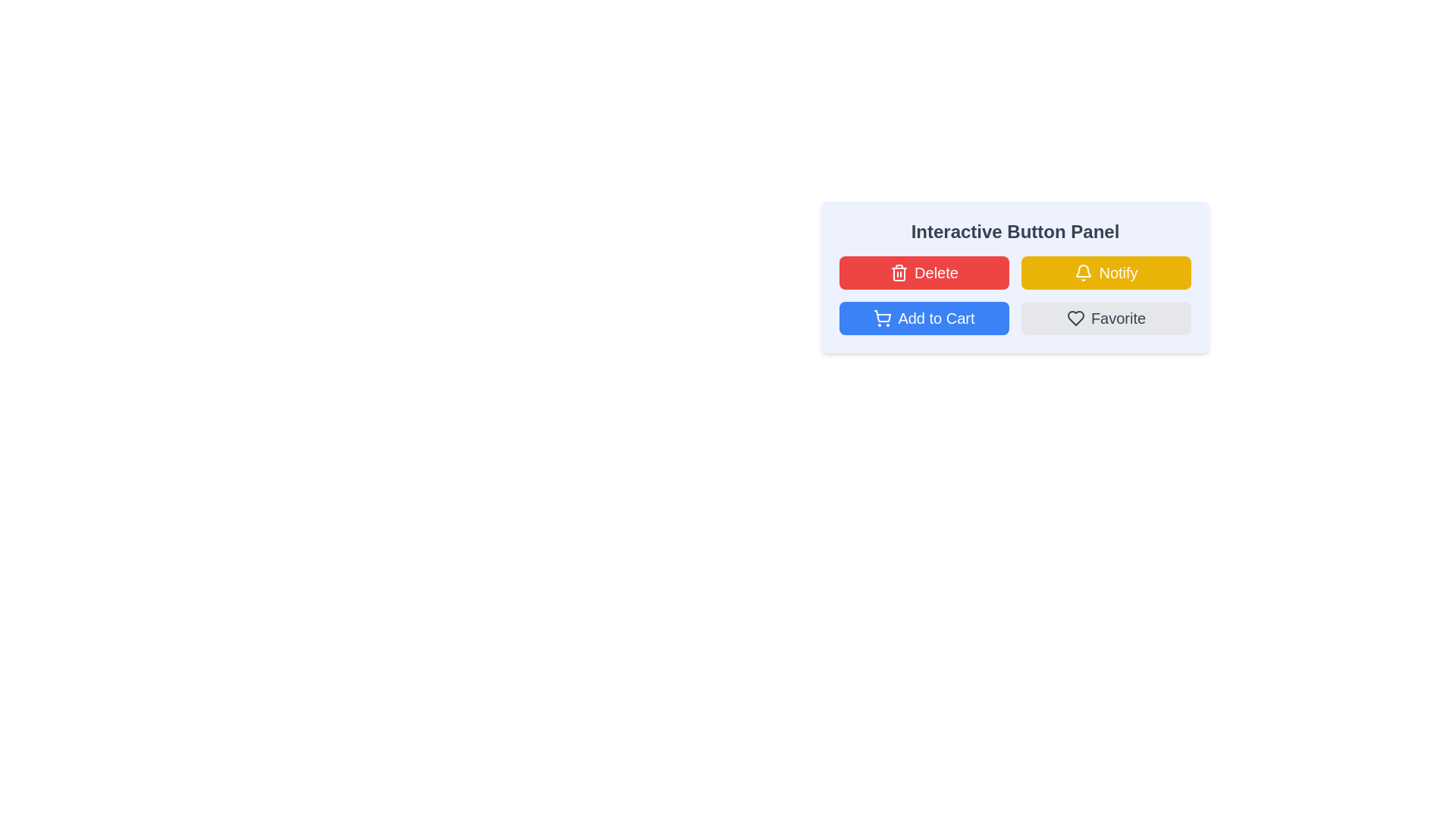 The image size is (1456, 819). What do you see at coordinates (1118, 318) in the screenshot?
I see `the text label displaying the word 'Favorite', which is located to the right of the button labeled 'Favorite' with a heart icon, positioned in the fourth spot of a horizontal button group` at bounding box center [1118, 318].